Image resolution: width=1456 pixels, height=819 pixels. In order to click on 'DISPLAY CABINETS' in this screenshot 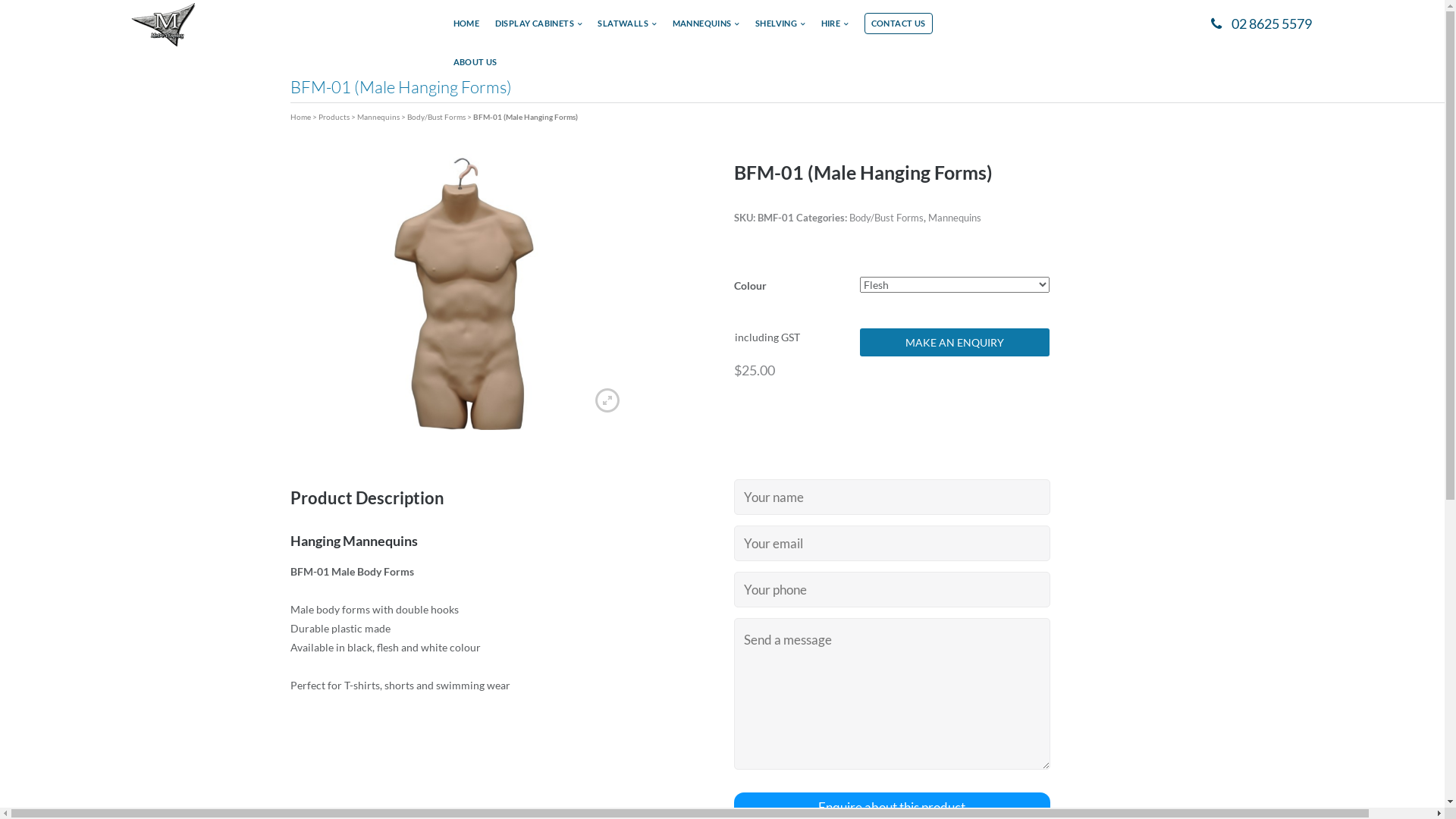, I will do `click(538, 28)`.